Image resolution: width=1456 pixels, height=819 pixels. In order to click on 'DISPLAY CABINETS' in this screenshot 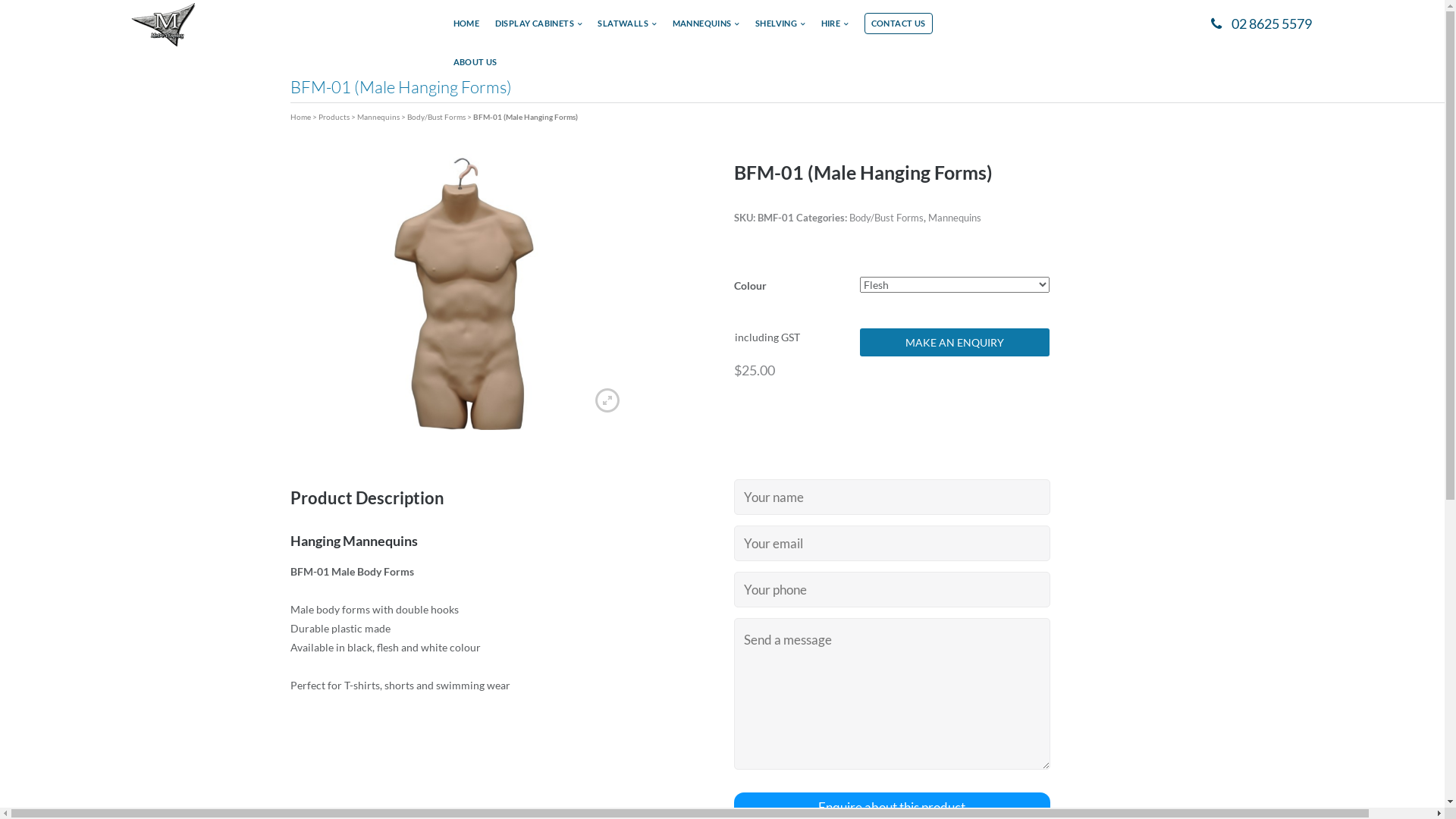, I will do `click(538, 28)`.